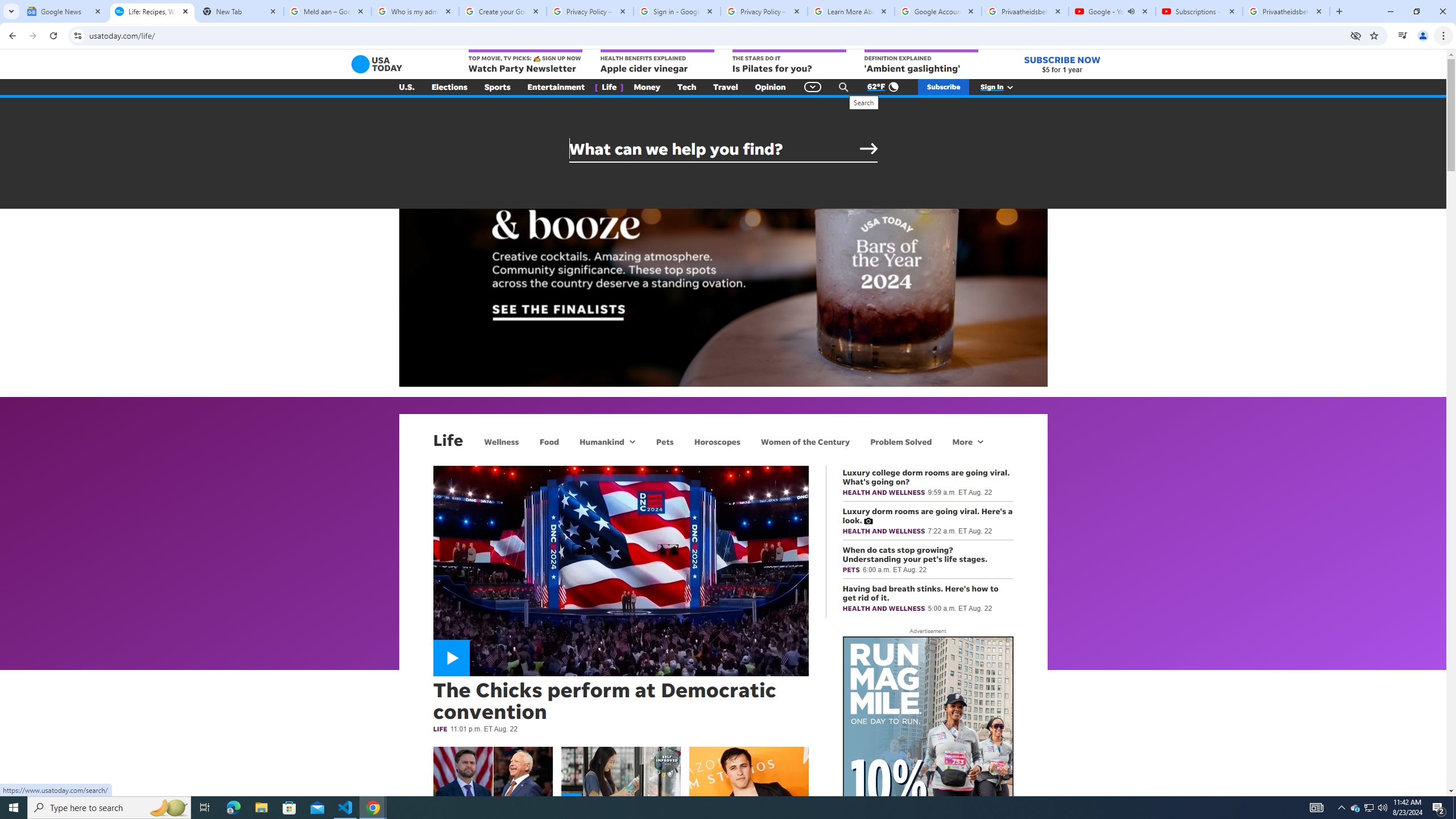 The width and height of the screenshot is (1456, 819). I want to click on 'Sign in - Google Accounts', so click(677, 11).